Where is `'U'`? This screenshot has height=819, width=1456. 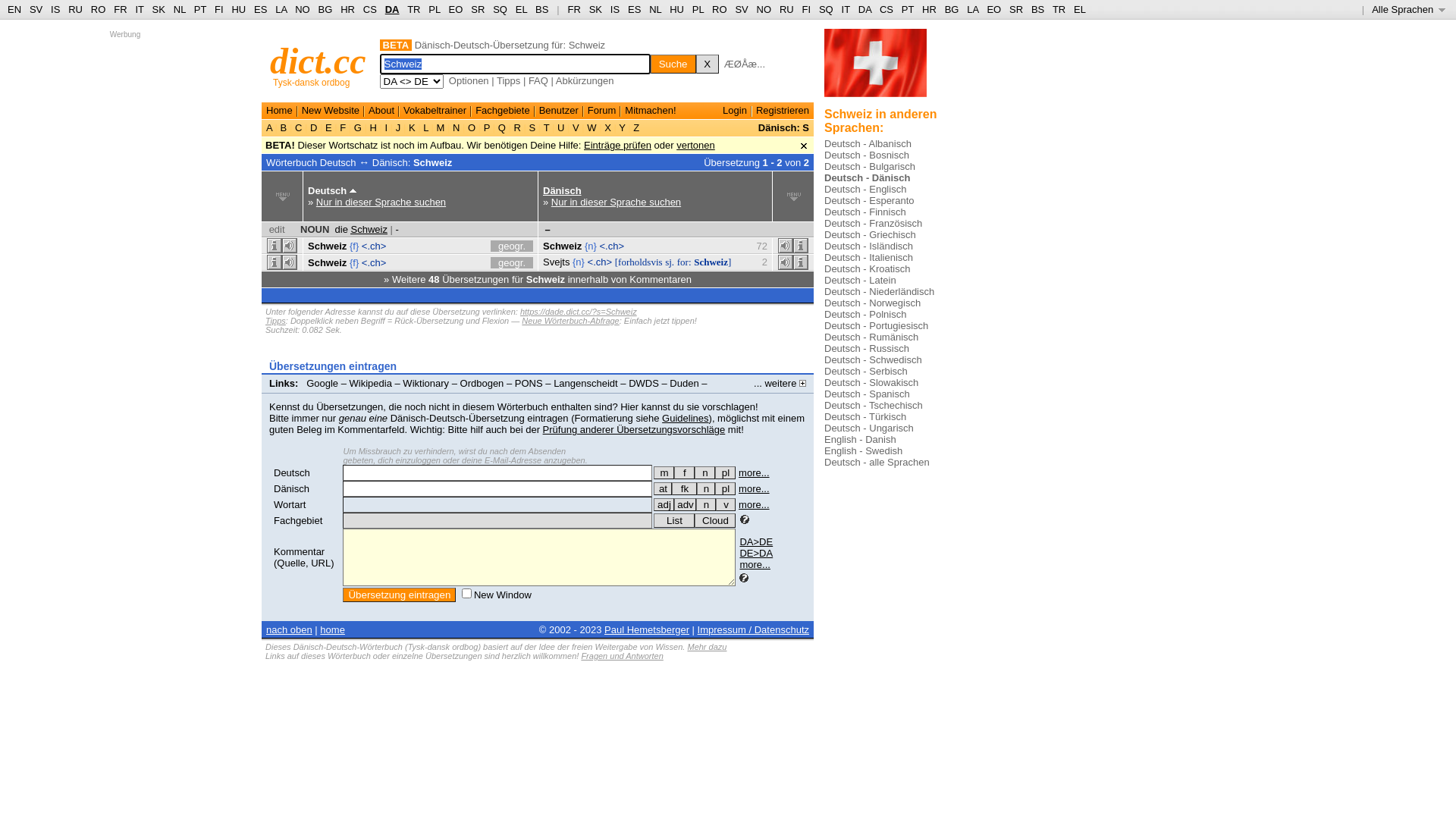
'U' is located at coordinates (560, 127).